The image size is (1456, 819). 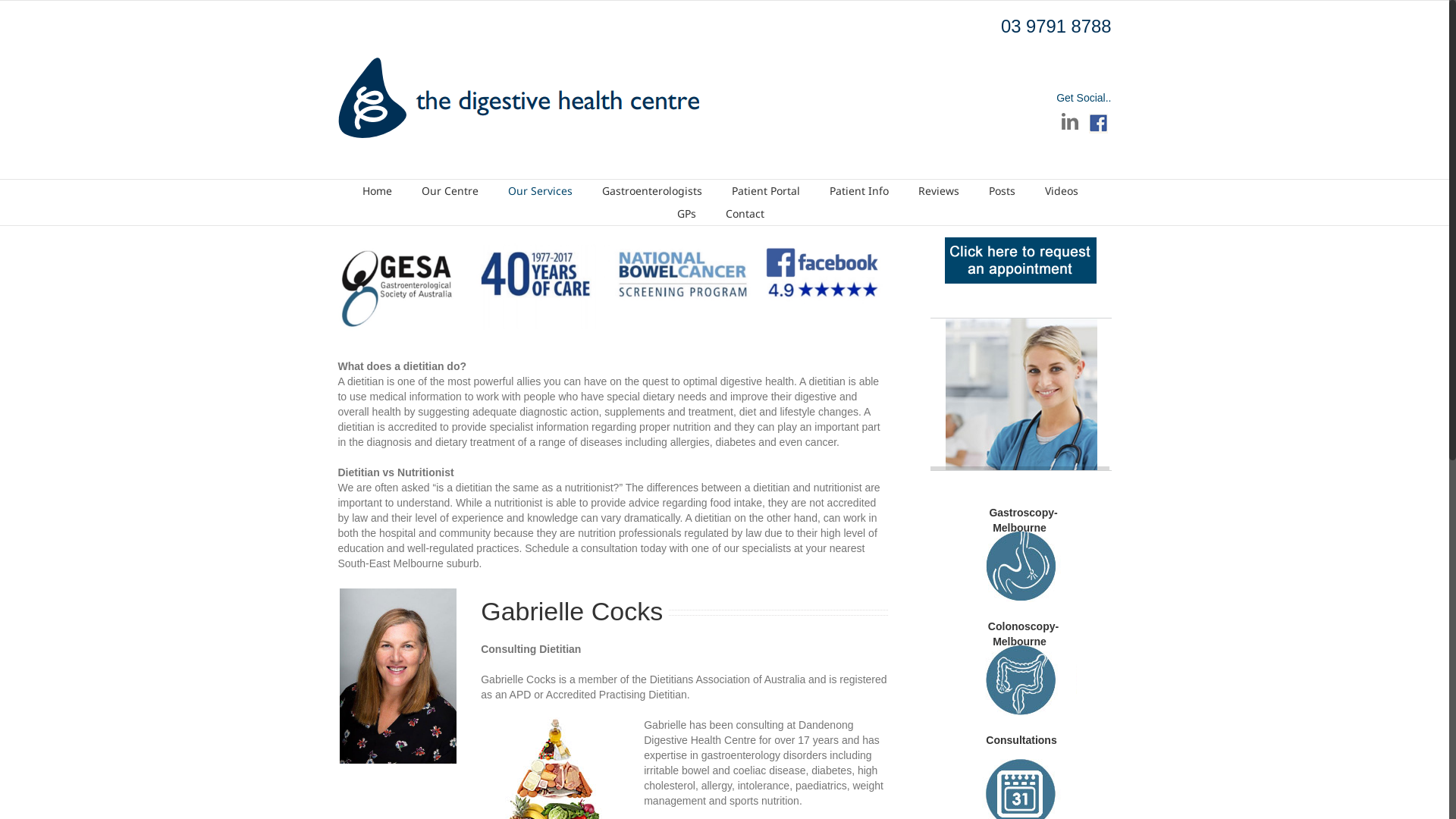 What do you see at coordinates (829, 190) in the screenshot?
I see `'Patient Info'` at bounding box center [829, 190].